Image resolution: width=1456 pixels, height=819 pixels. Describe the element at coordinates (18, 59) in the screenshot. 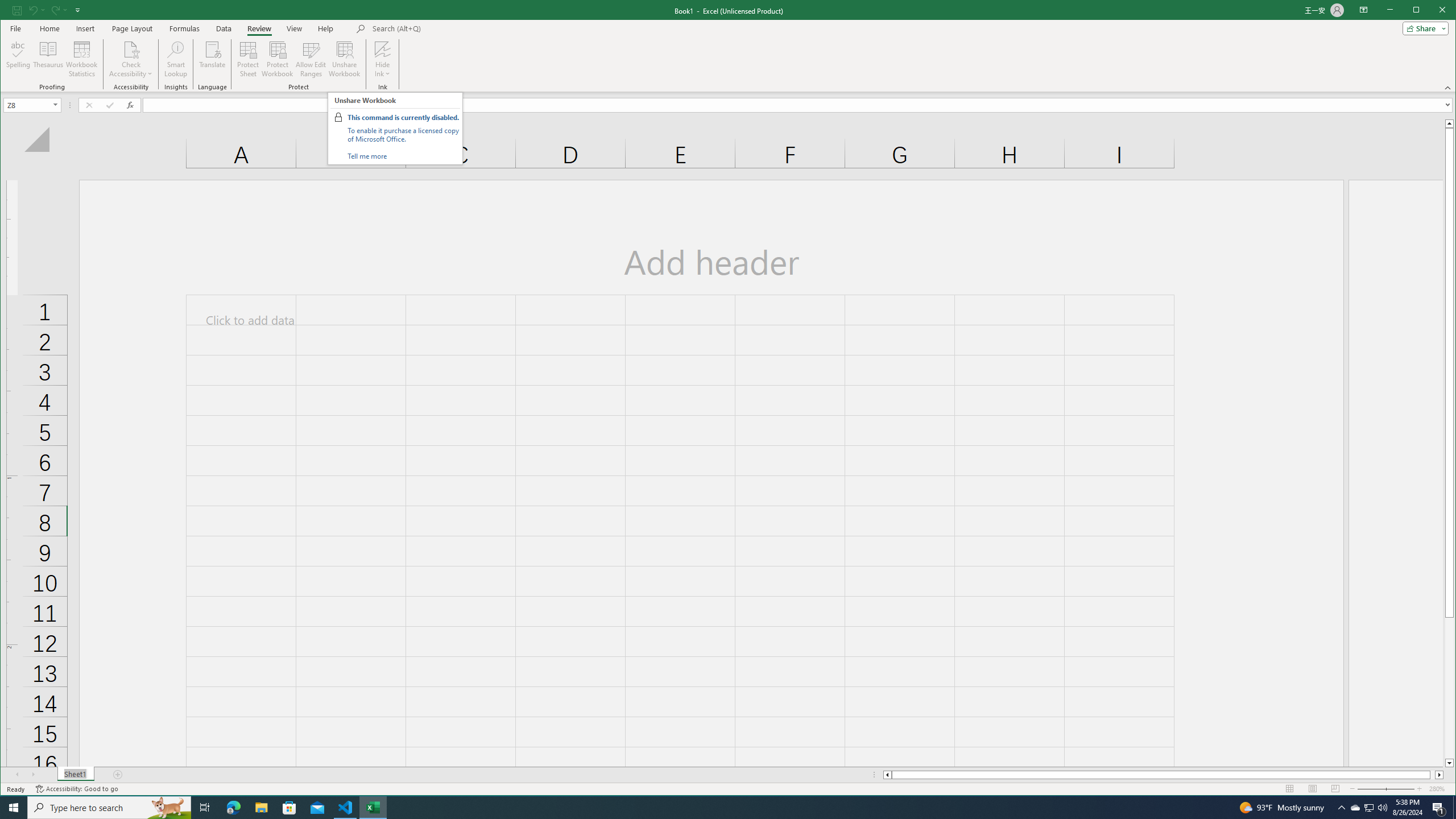

I see `'Spelling...'` at that location.